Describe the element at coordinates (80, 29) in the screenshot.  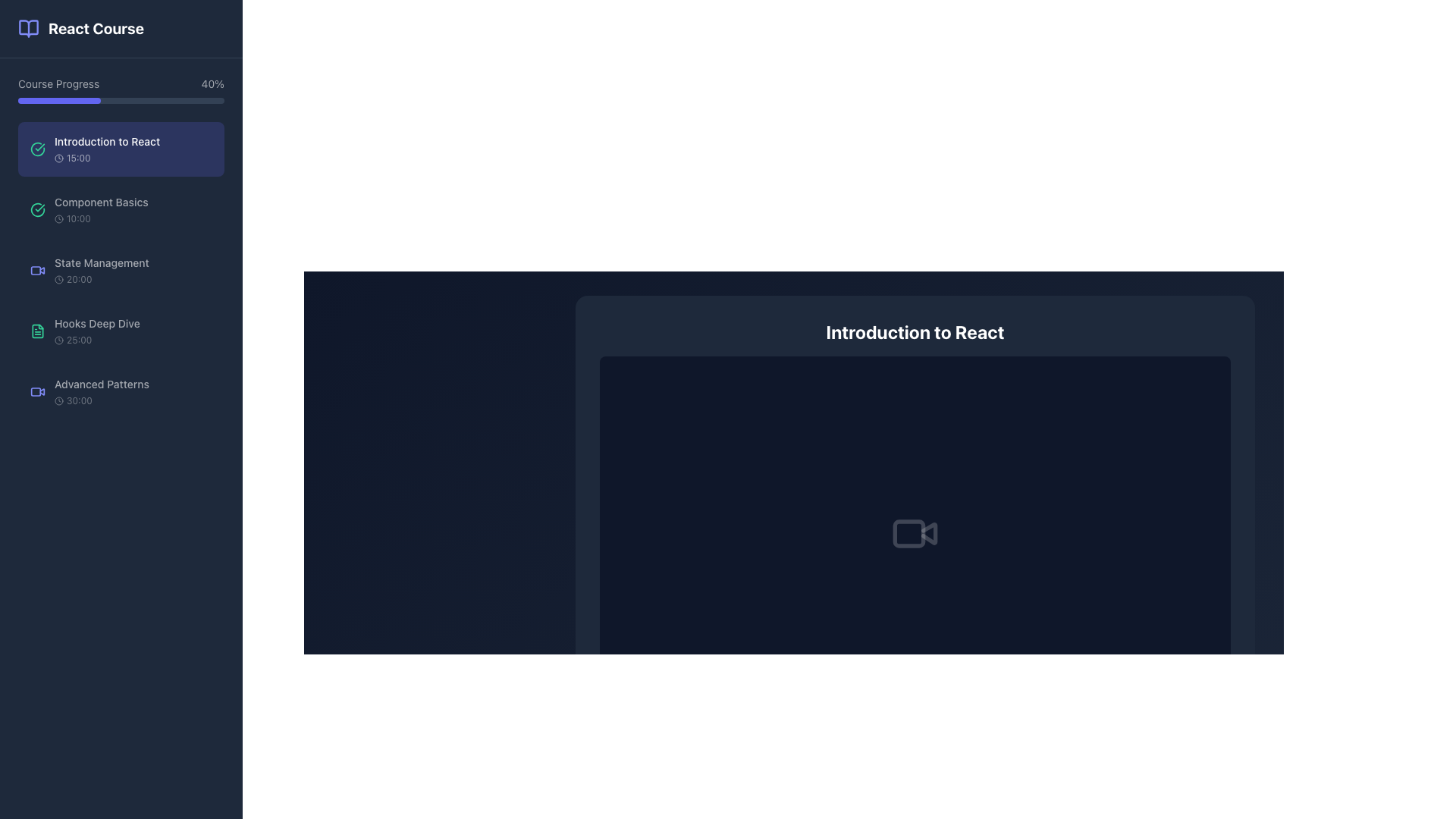
I see `the header element labeled 'React Course' which is styled in bold white font and has a book icon in indigo color on its left, located near the top-left of the sidebar` at that location.